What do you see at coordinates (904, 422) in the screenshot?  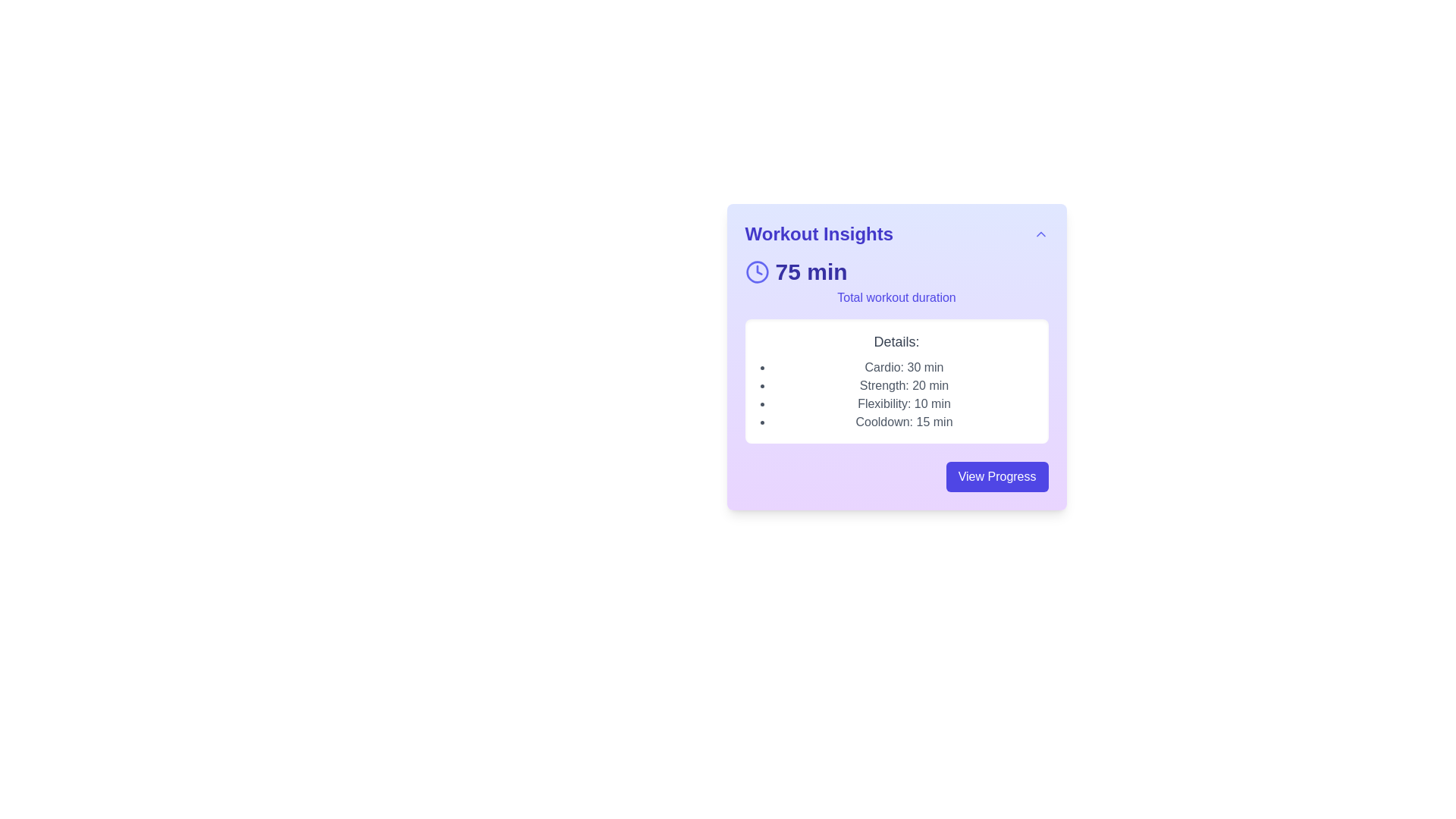 I see `Text label element displaying 'Cooldown: 15 min', which is the last item in the 'Details:' section of the 'Workout Insights' card` at bounding box center [904, 422].